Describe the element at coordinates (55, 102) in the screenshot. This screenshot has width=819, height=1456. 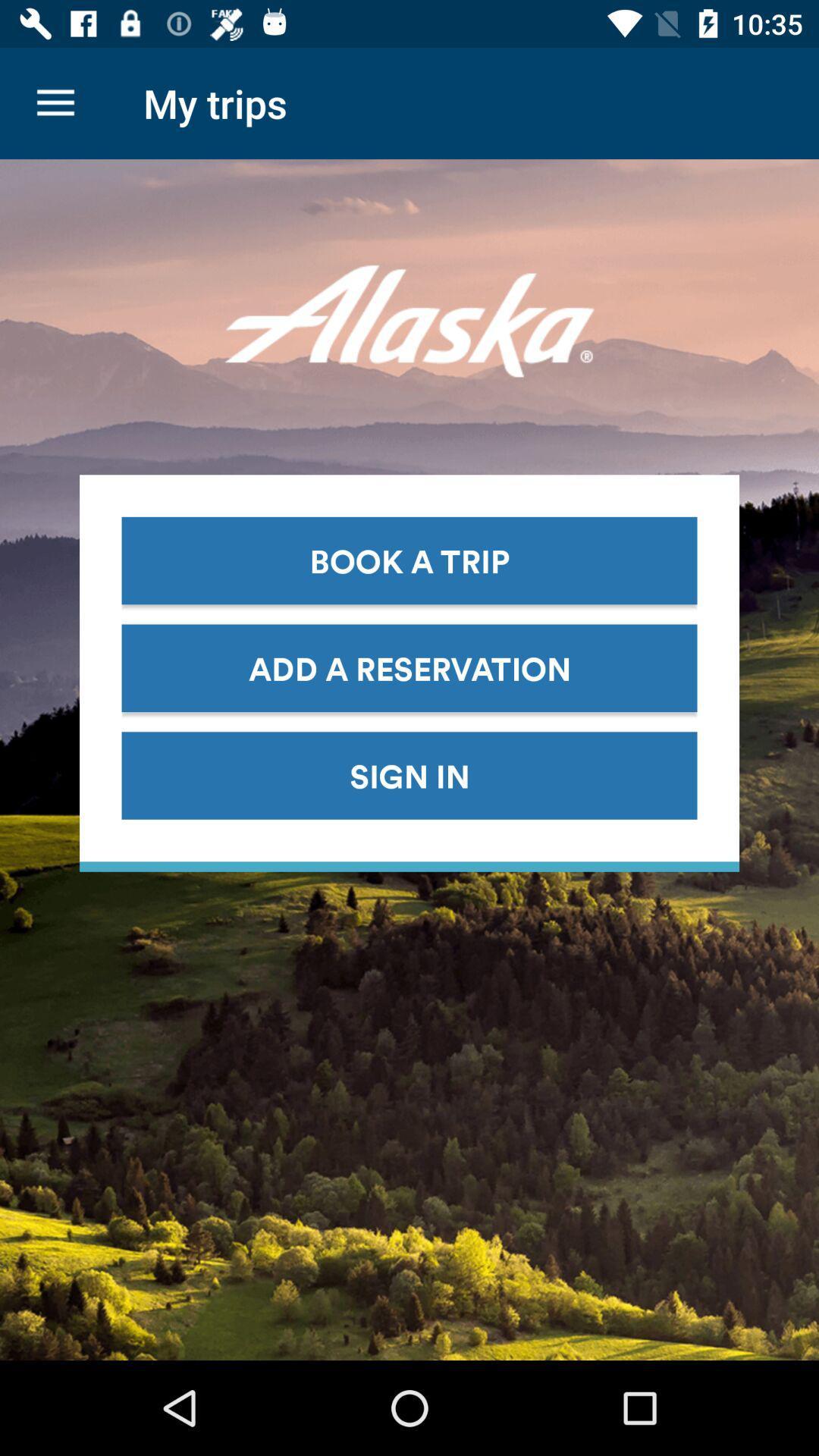
I see `icon next to the my trips icon` at that location.